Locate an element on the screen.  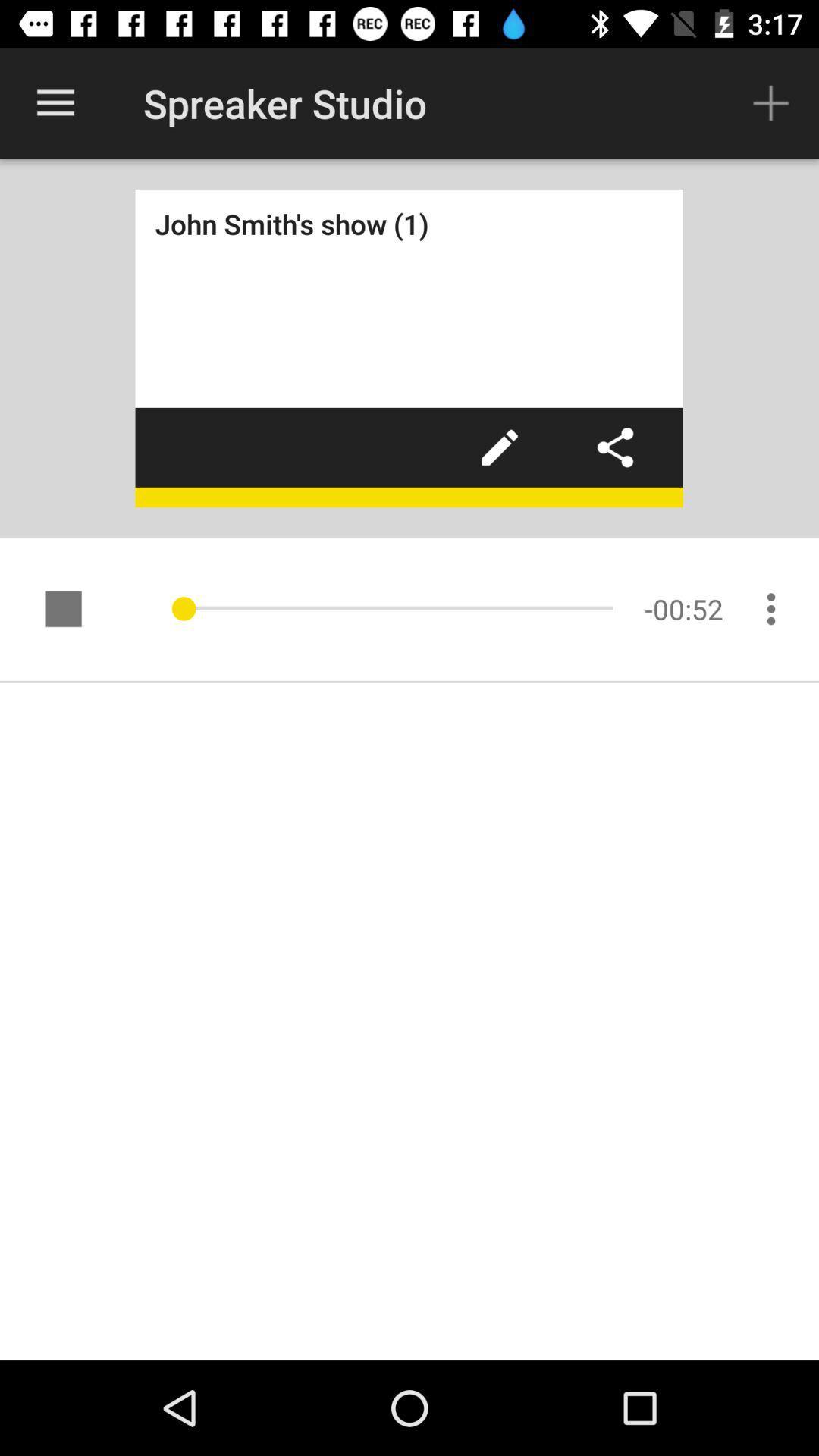
the edit icon is located at coordinates (500, 447).